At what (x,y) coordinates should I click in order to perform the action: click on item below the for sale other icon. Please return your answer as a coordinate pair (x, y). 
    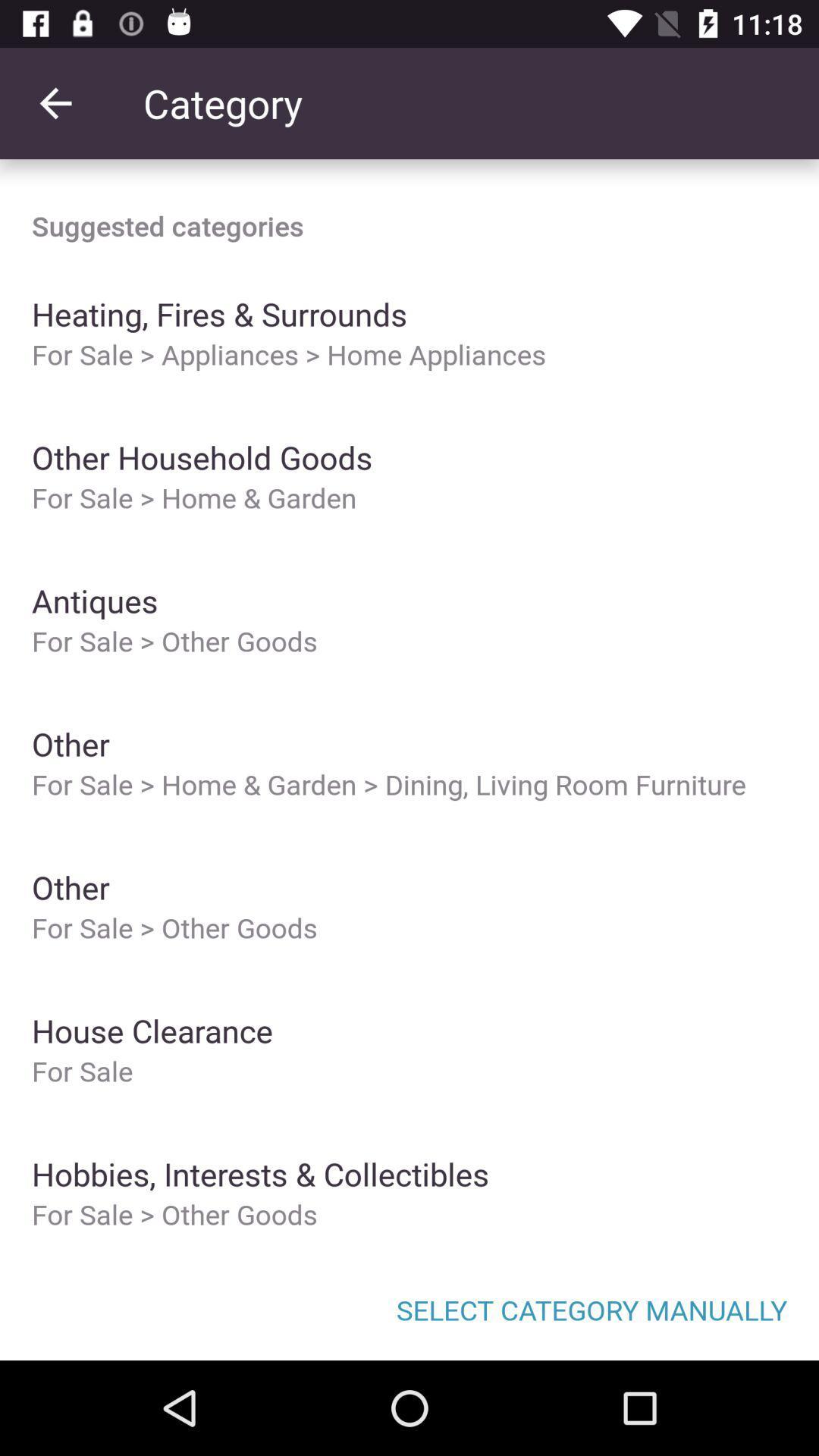
    Looking at the image, I should click on (409, 1309).